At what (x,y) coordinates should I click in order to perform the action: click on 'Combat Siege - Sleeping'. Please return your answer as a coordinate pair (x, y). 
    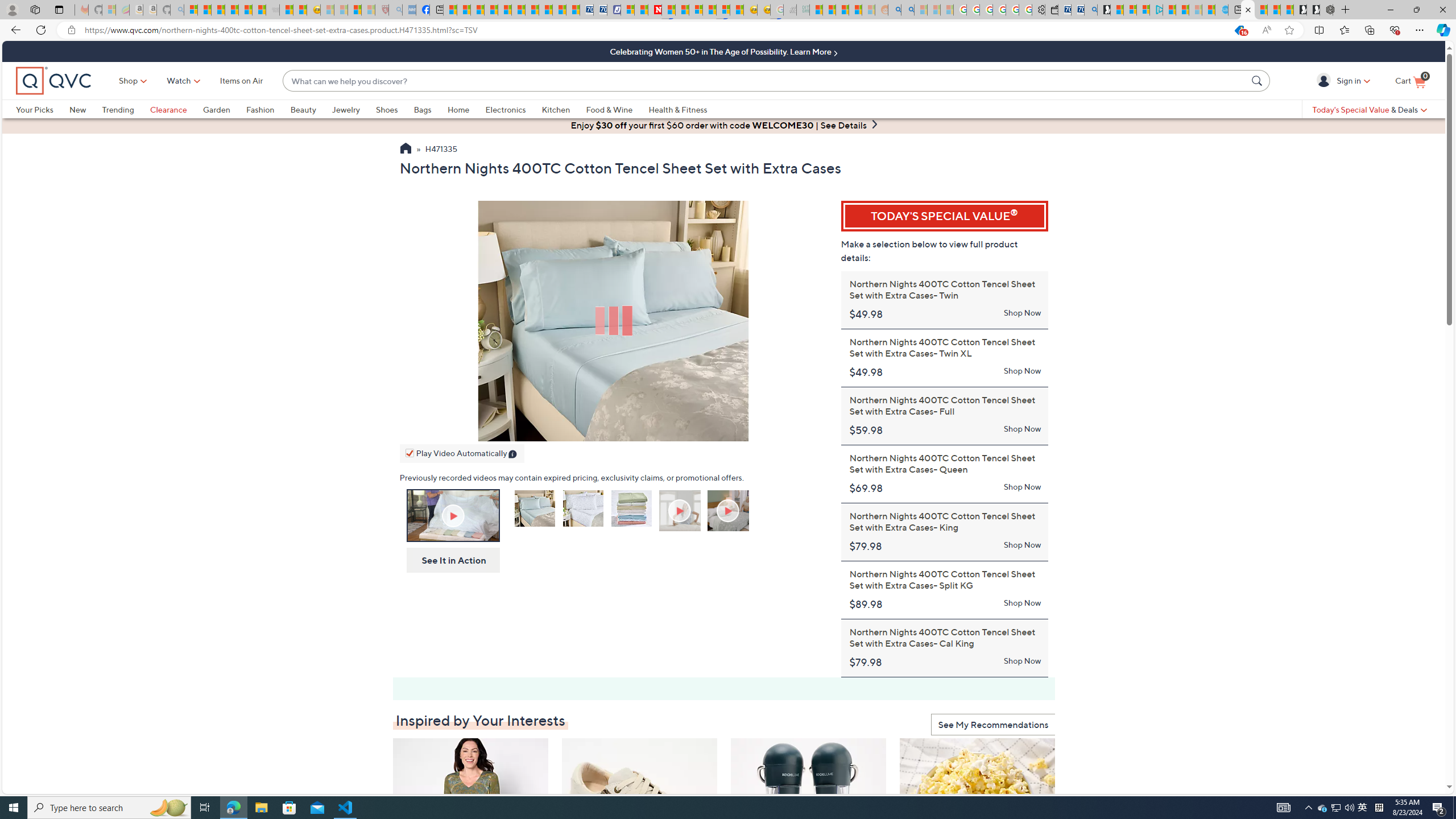
    Looking at the image, I should click on (271, 9).